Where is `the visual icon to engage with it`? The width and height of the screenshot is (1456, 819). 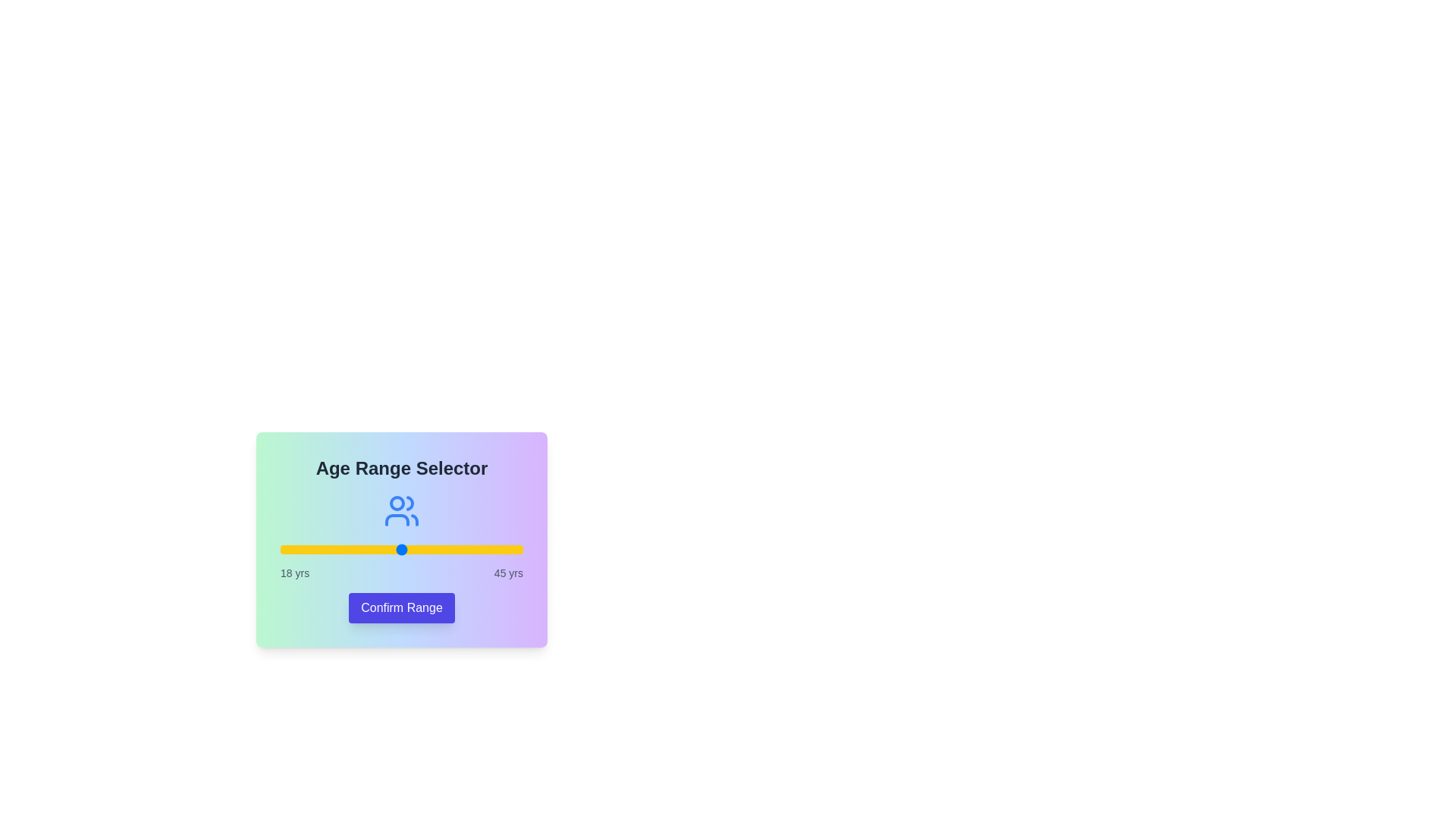 the visual icon to engage with it is located at coordinates (401, 511).